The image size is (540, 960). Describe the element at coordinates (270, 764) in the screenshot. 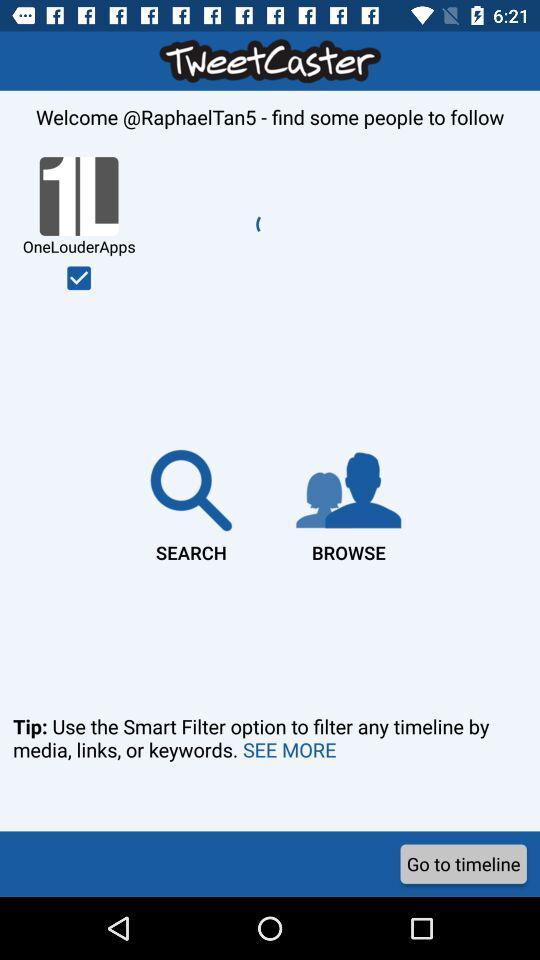

I see `icon above the go to timeline item` at that location.